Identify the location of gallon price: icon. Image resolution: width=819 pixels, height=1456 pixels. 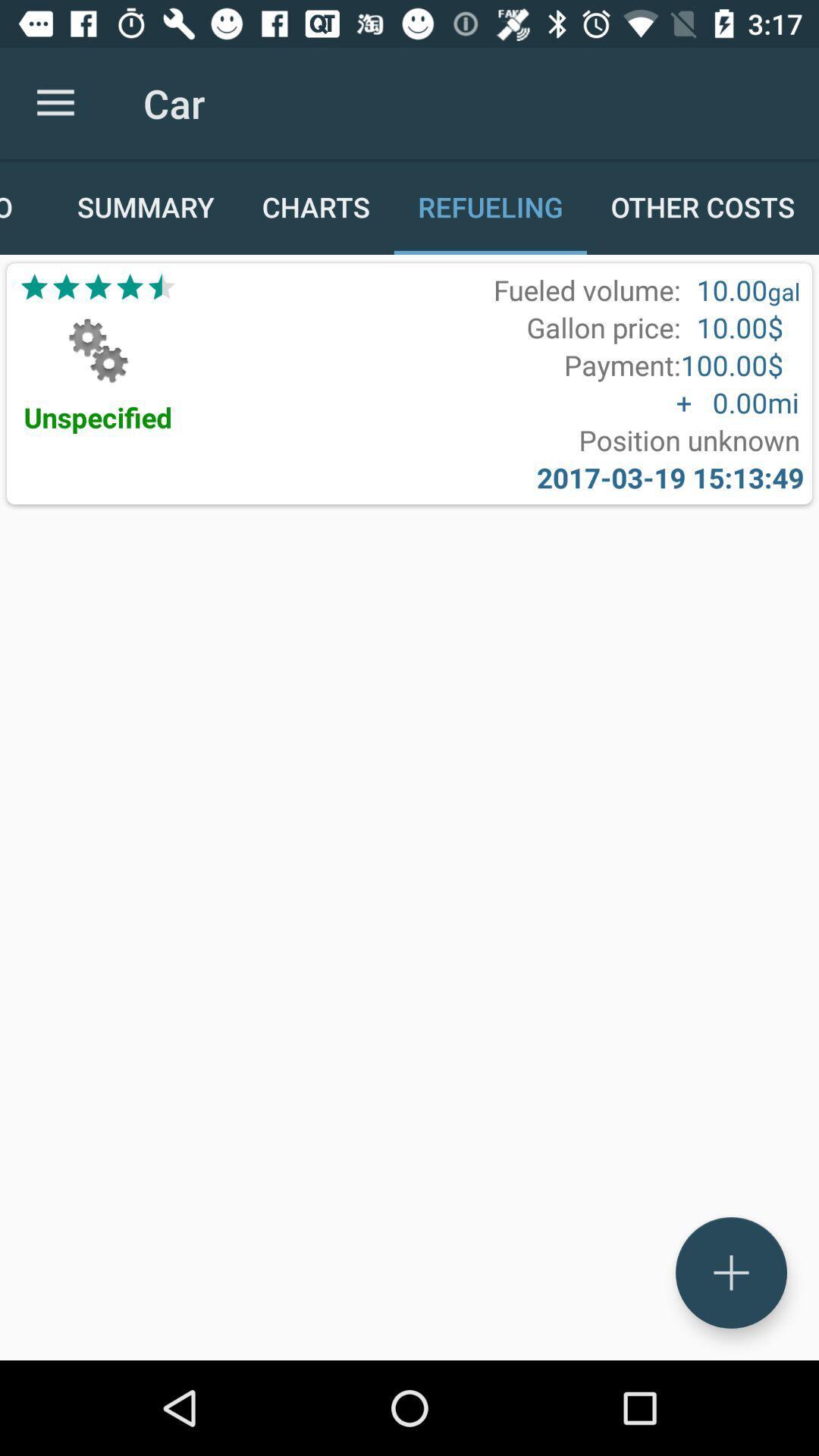
(603, 327).